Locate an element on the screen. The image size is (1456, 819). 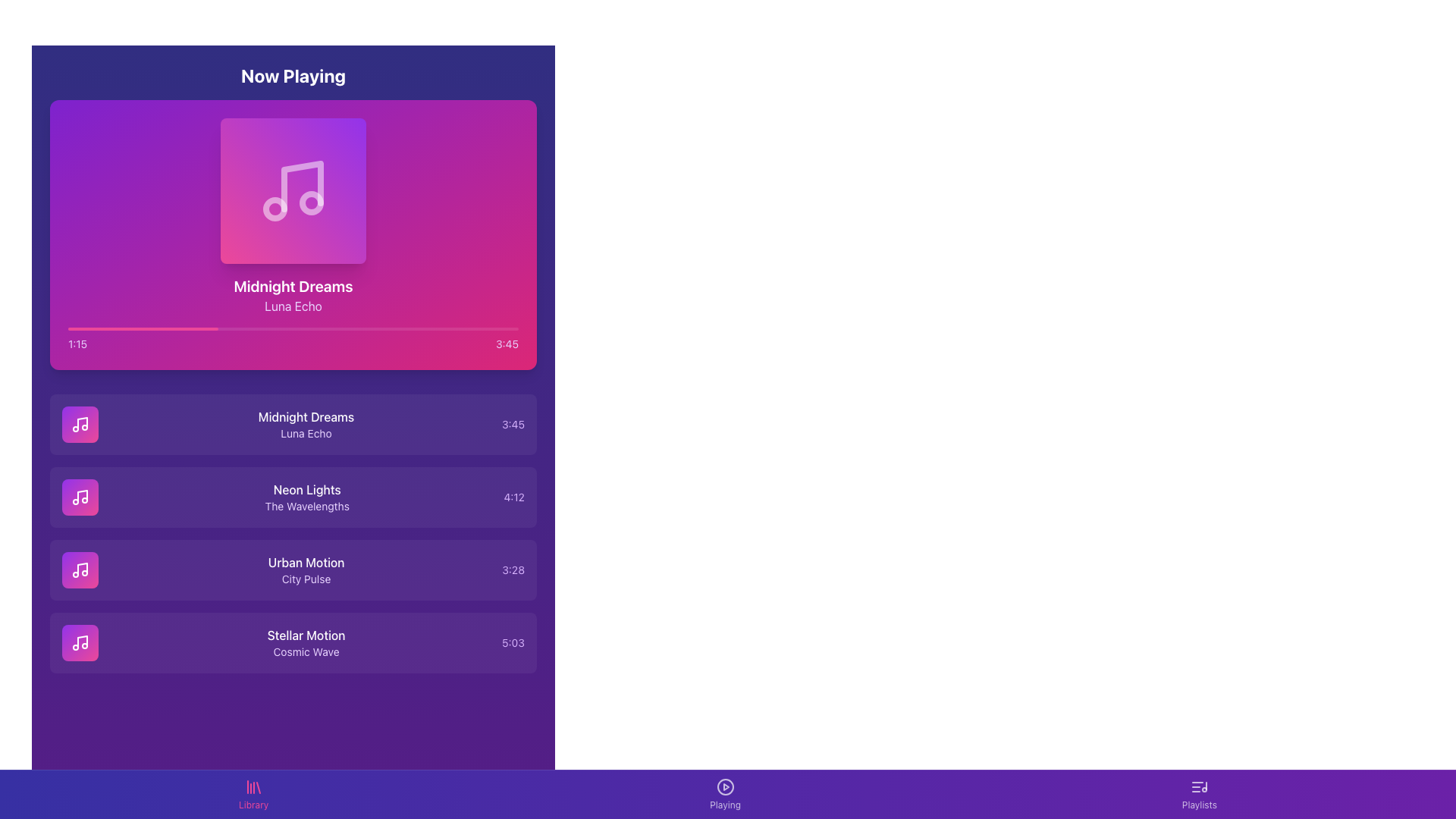
the fourth item in the playlist titled 'Stellar Motion' which has a purple background and contains a music note icon, two lines of text, and a duration on the right is located at coordinates (293, 643).